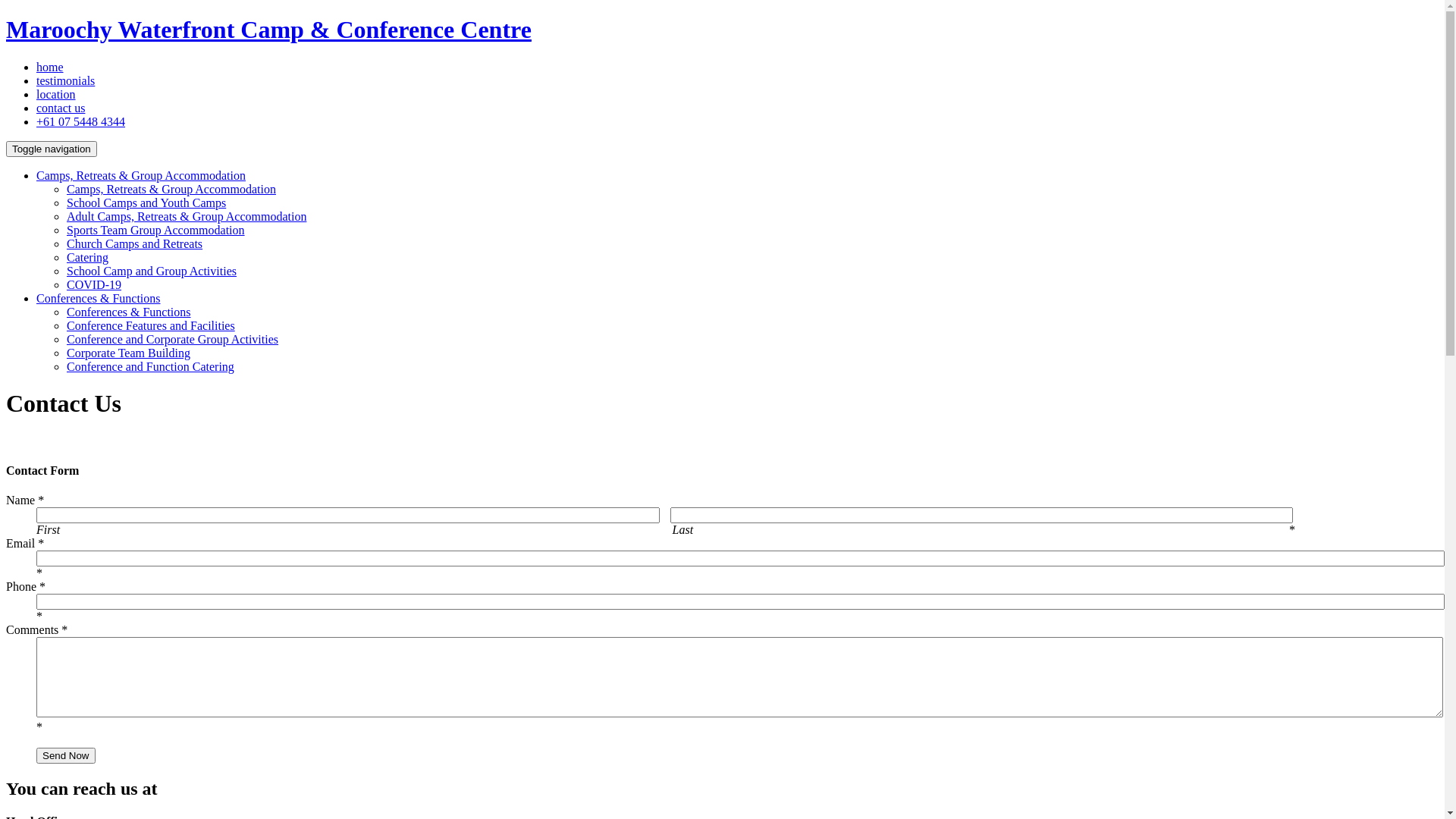  What do you see at coordinates (36, 755) in the screenshot?
I see `'Send Now'` at bounding box center [36, 755].